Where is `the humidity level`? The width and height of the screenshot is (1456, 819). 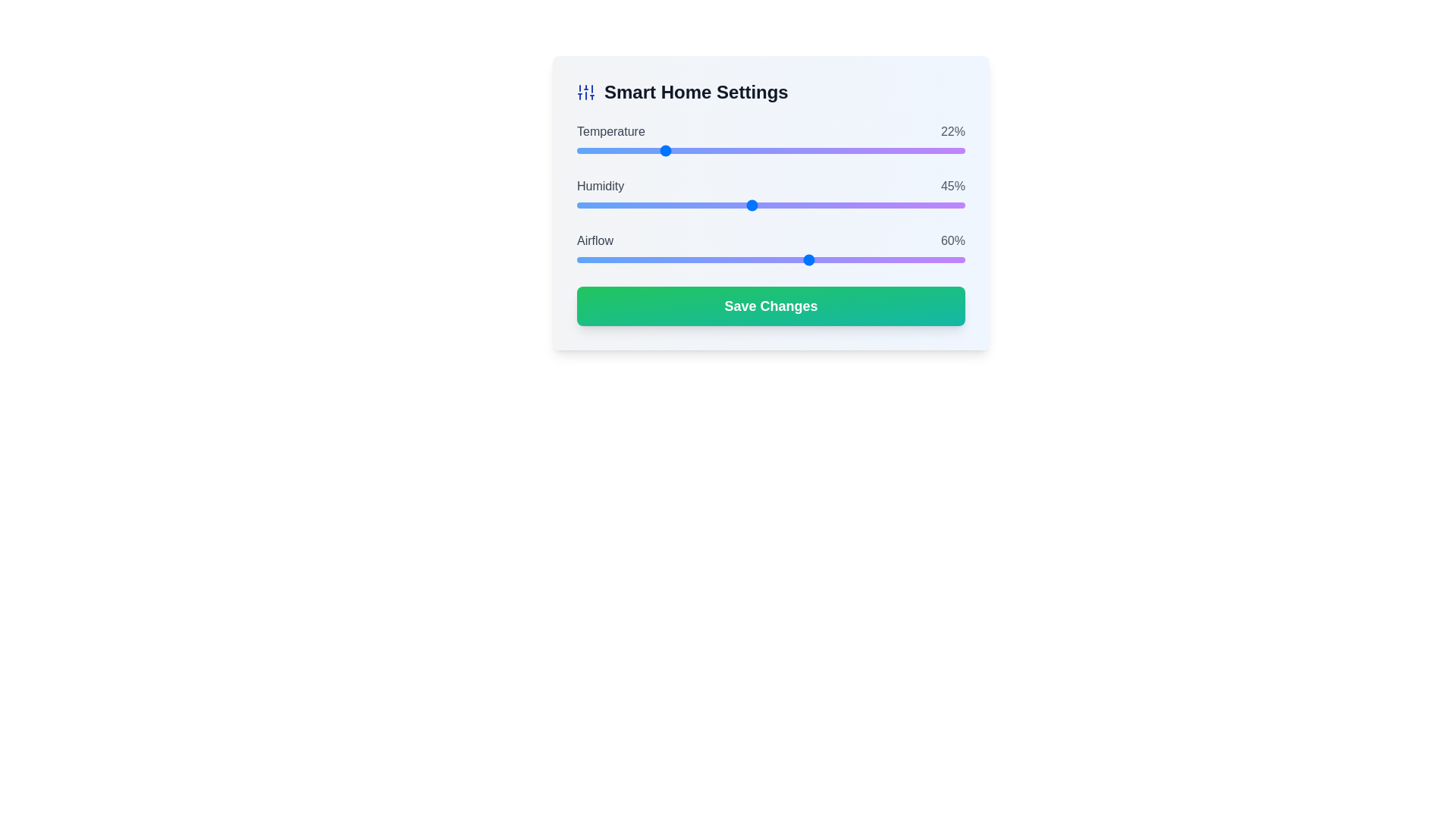 the humidity level is located at coordinates (887, 205).